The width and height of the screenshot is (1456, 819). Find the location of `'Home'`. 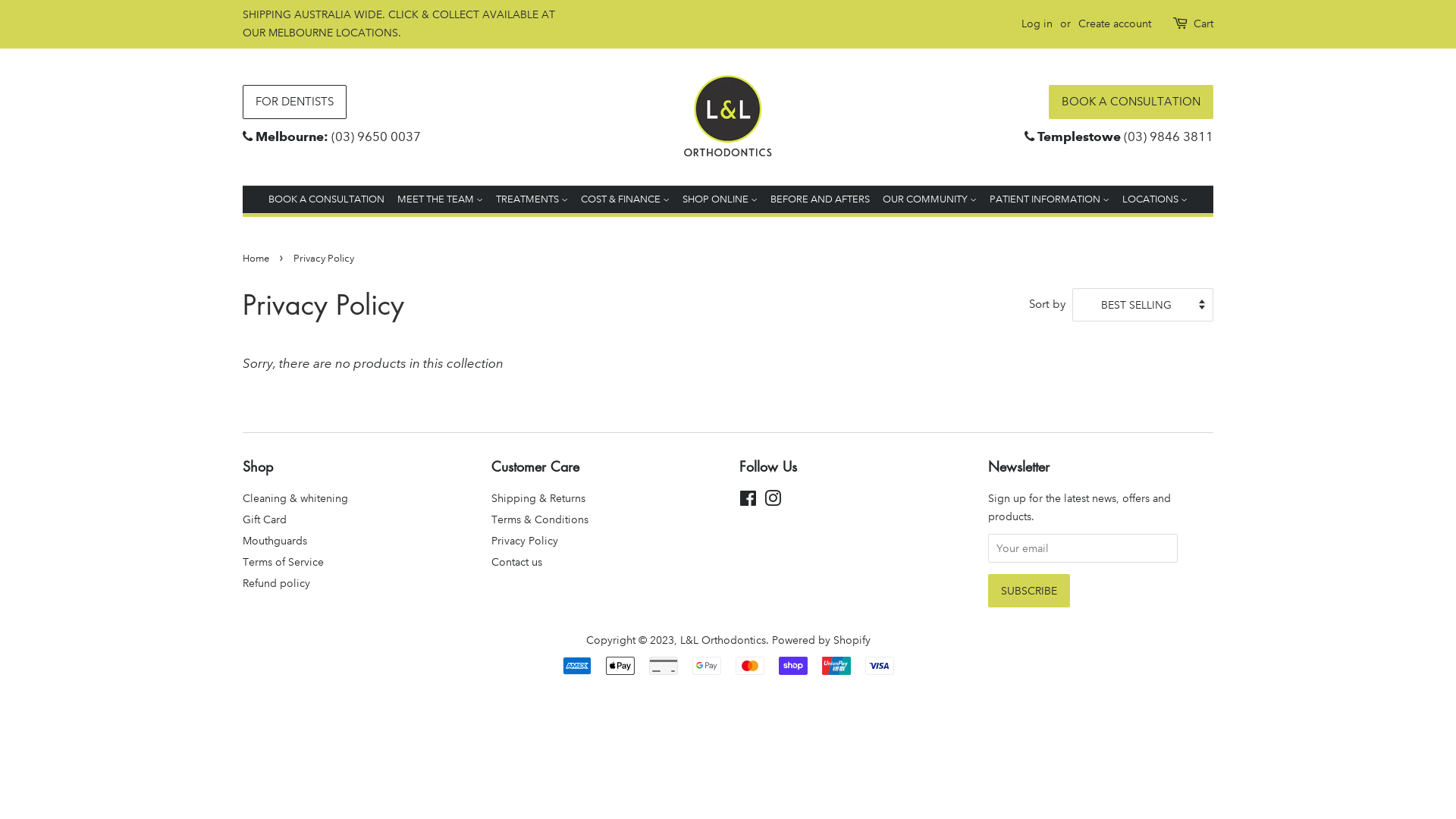

'Home' is located at coordinates (258, 257).